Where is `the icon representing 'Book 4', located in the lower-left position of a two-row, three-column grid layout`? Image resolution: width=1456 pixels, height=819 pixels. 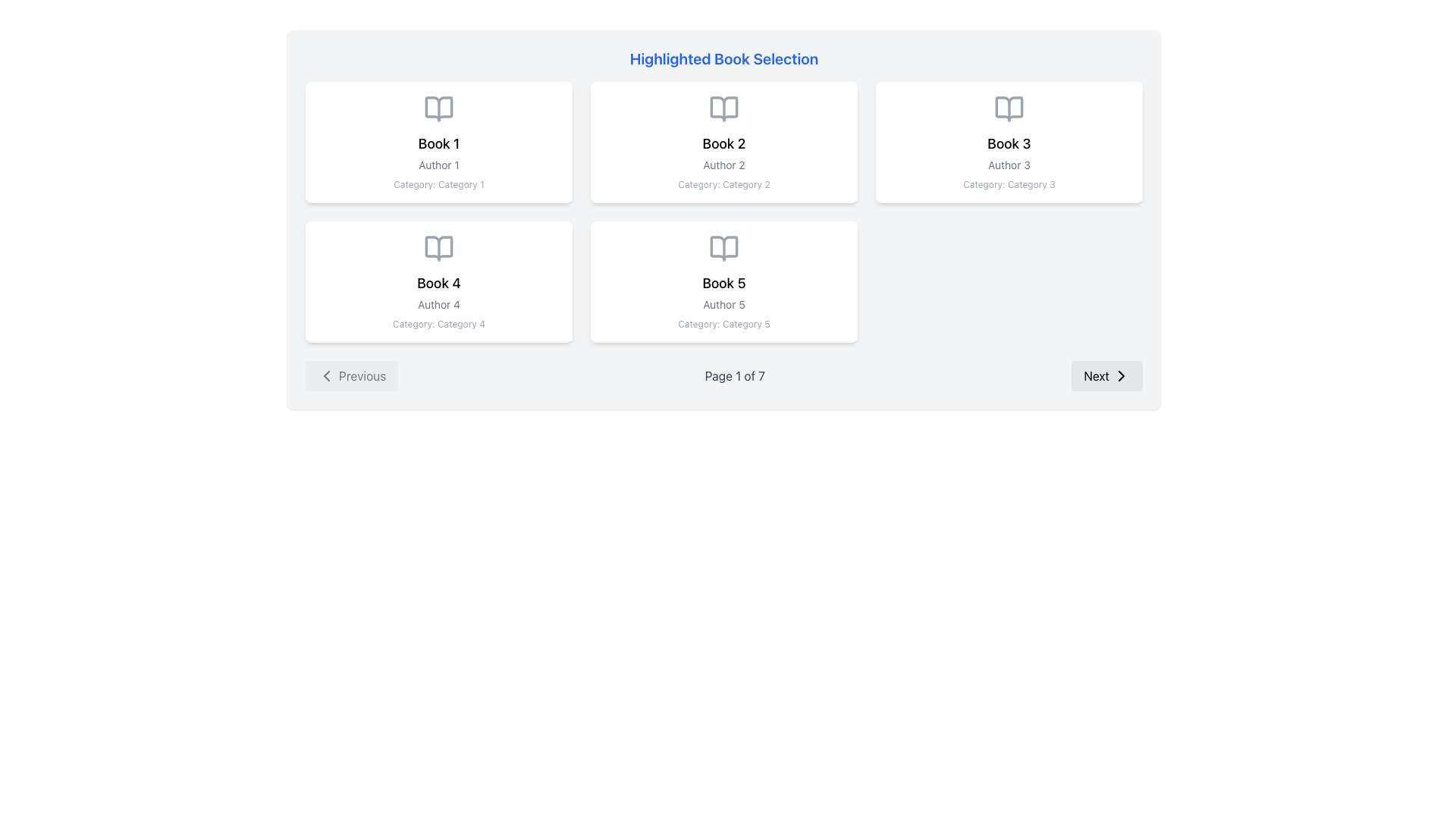
the icon representing 'Book 4', located in the lower-left position of a two-row, three-column grid layout is located at coordinates (438, 247).